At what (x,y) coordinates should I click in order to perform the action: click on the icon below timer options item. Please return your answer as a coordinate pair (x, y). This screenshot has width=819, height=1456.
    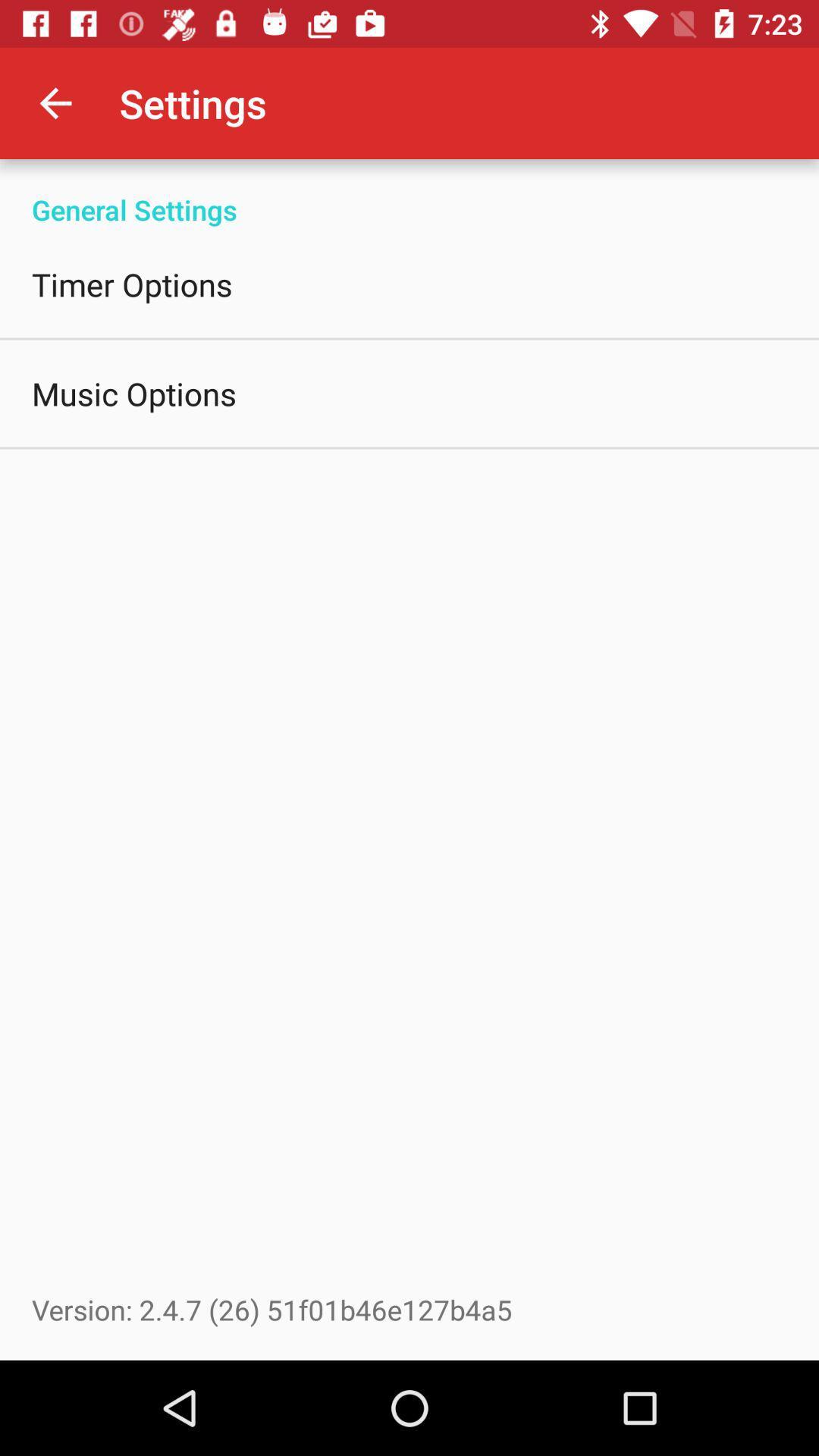
    Looking at the image, I should click on (133, 393).